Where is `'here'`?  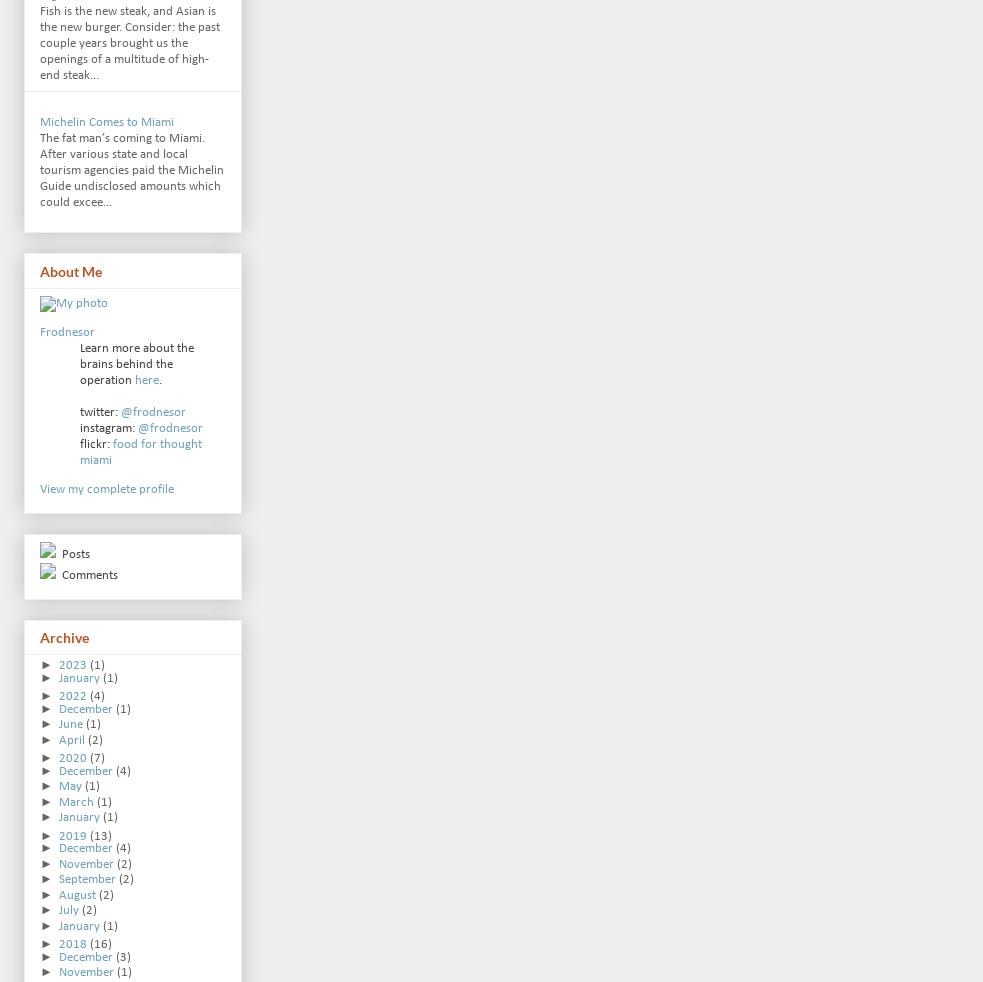
'here' is located at coordinates (145, 379).